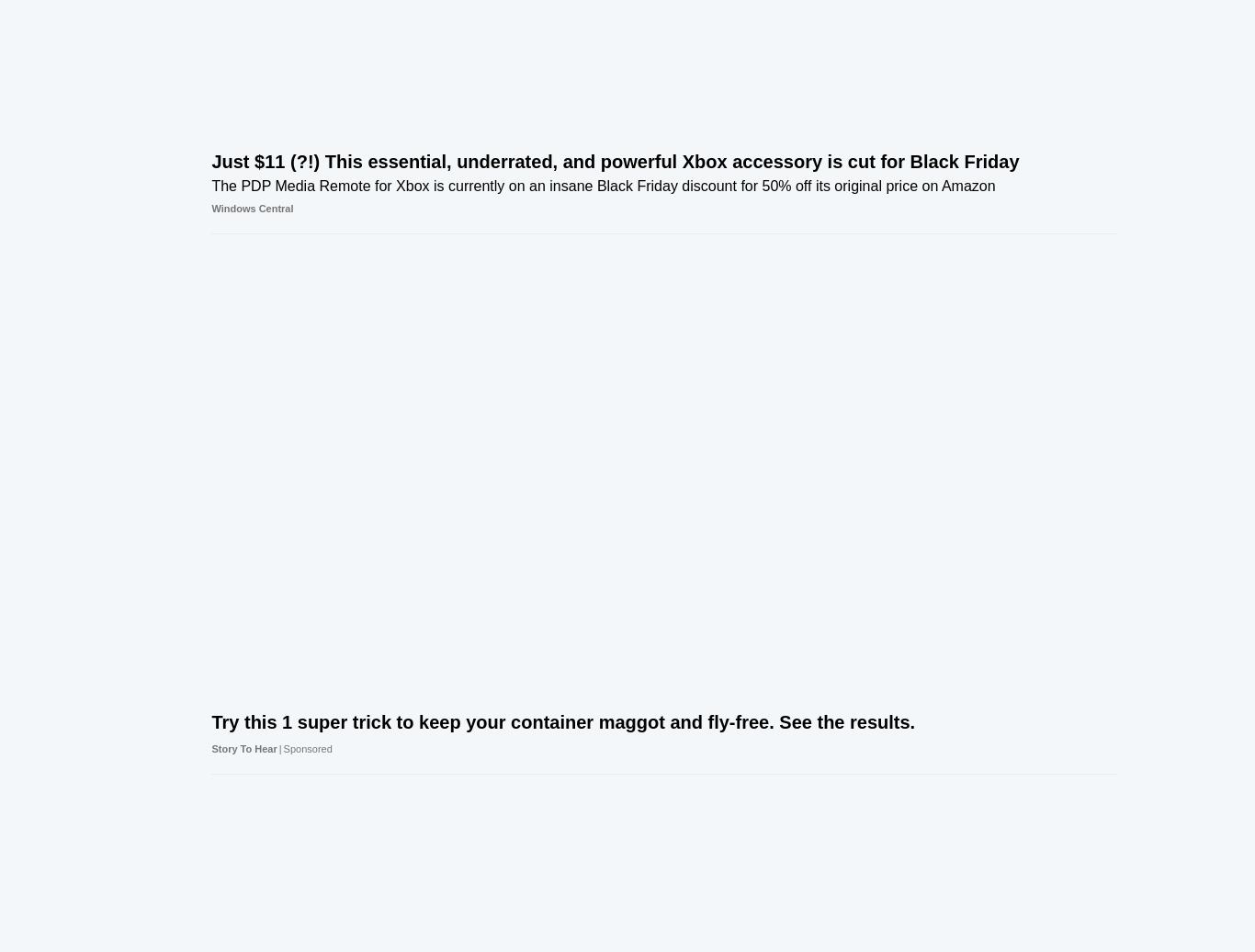  Describe the element at coordinates (1012, 715) in the screenshot. I see `'Members online'` at that location.